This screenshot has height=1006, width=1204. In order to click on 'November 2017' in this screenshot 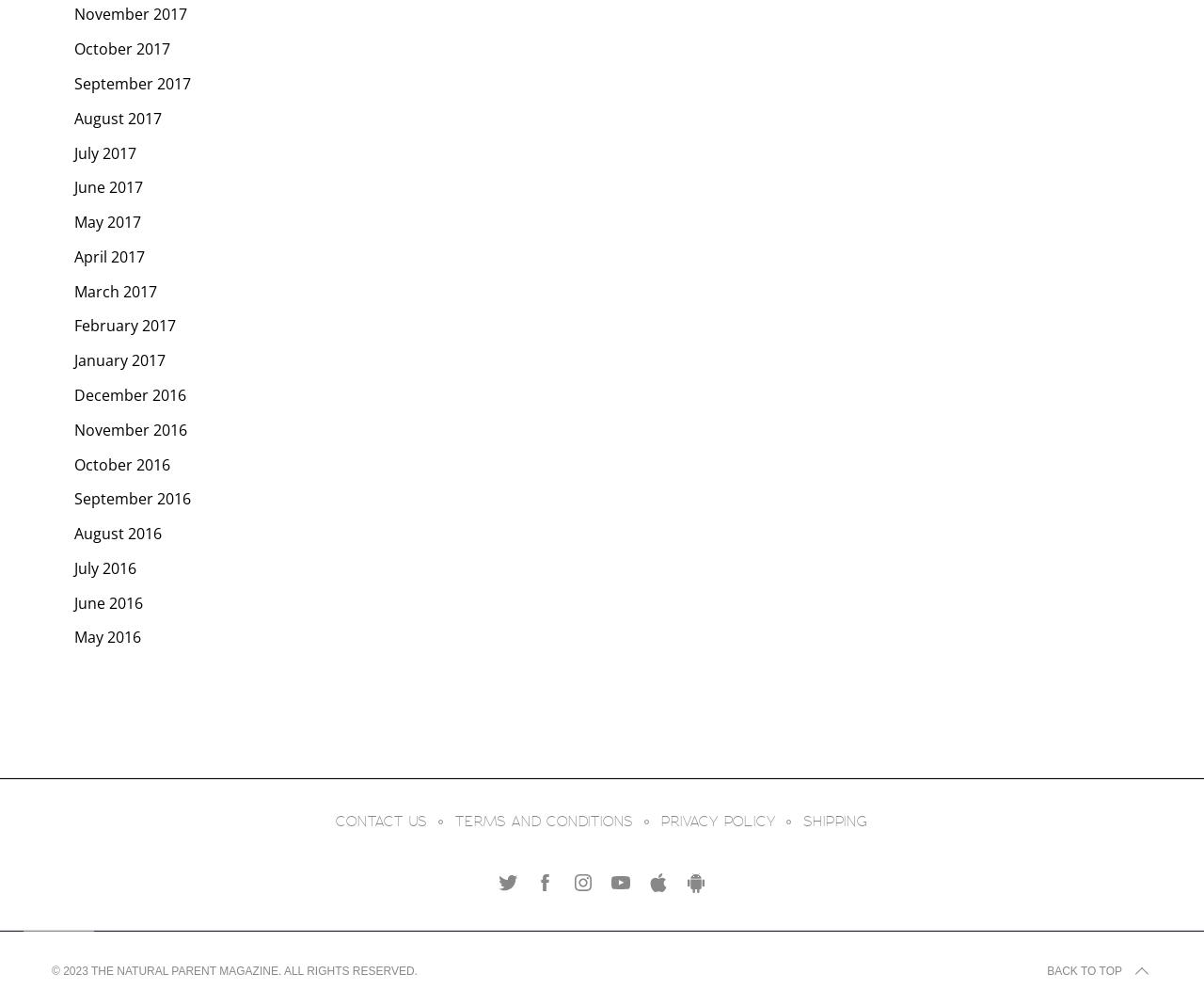, I will do `click(130, 12)`.